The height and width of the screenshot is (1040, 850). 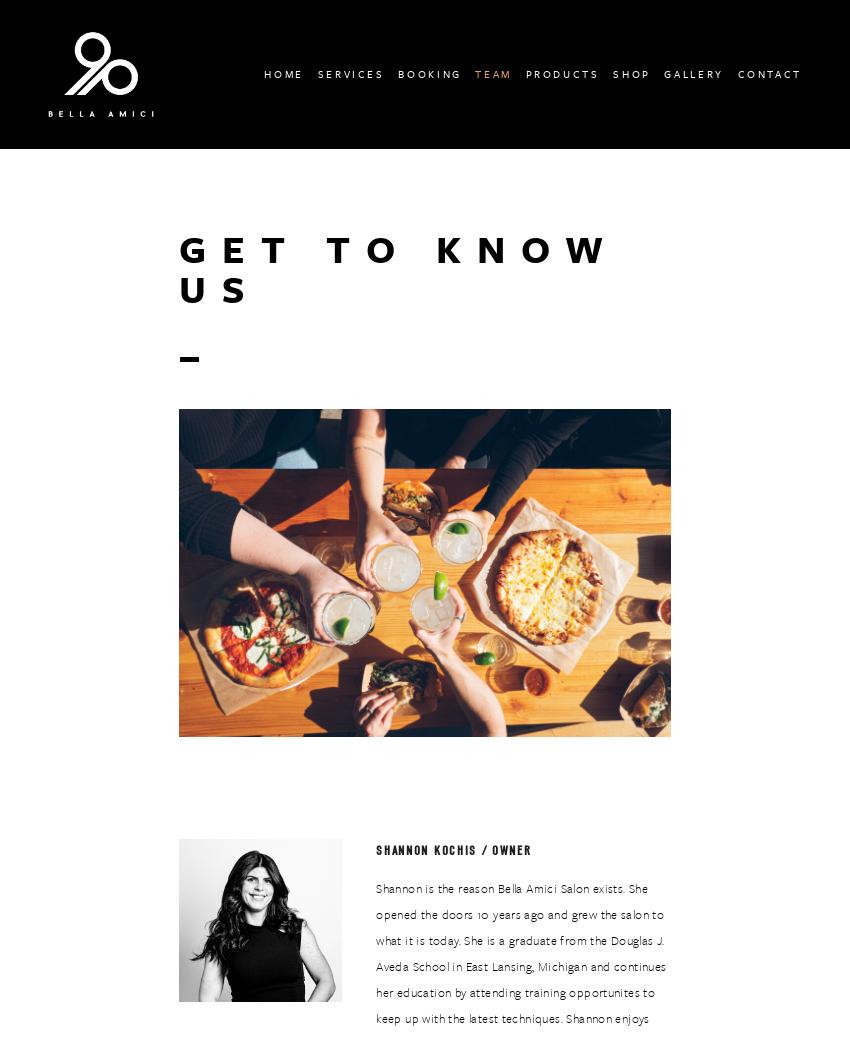 What do you see at coordinates (630, 72) in the screenshot?
I see `'Shop'` at bounding box center [630, 72].